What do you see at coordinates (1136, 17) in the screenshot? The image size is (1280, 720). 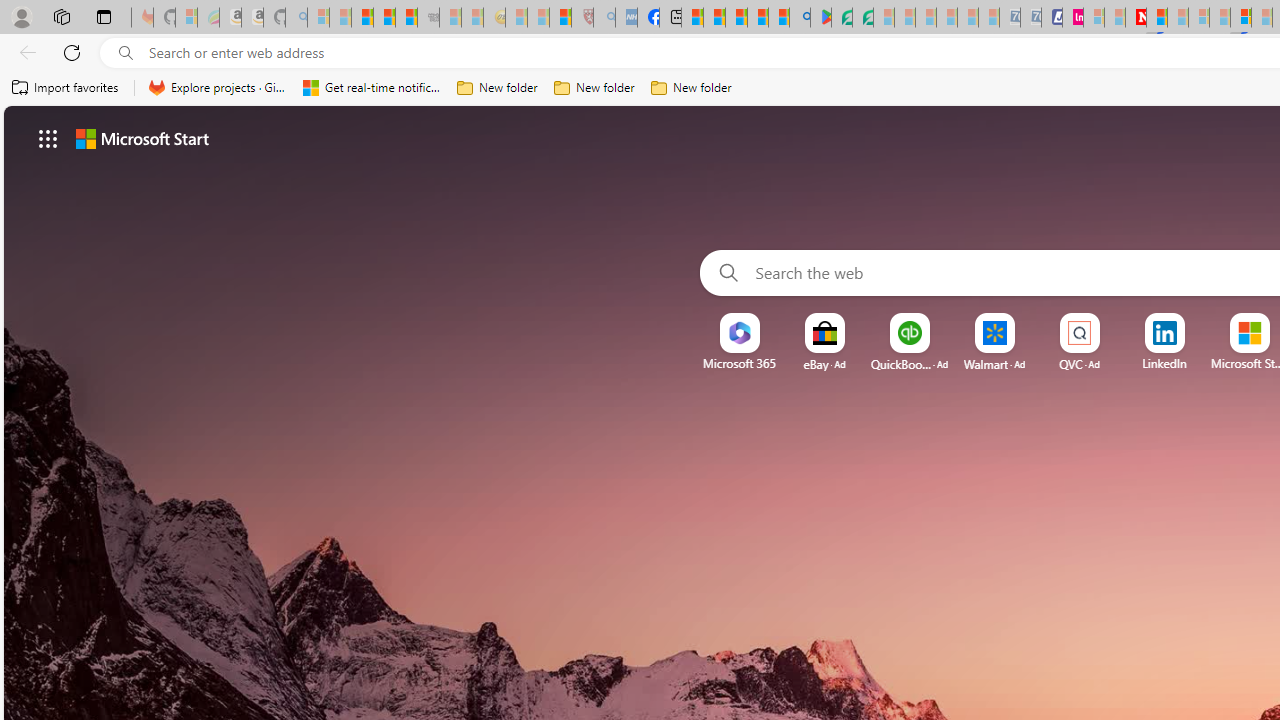 I see `'Latest Politics News & Archive | Newsweek.com'` at bounding box center [1136, 17].